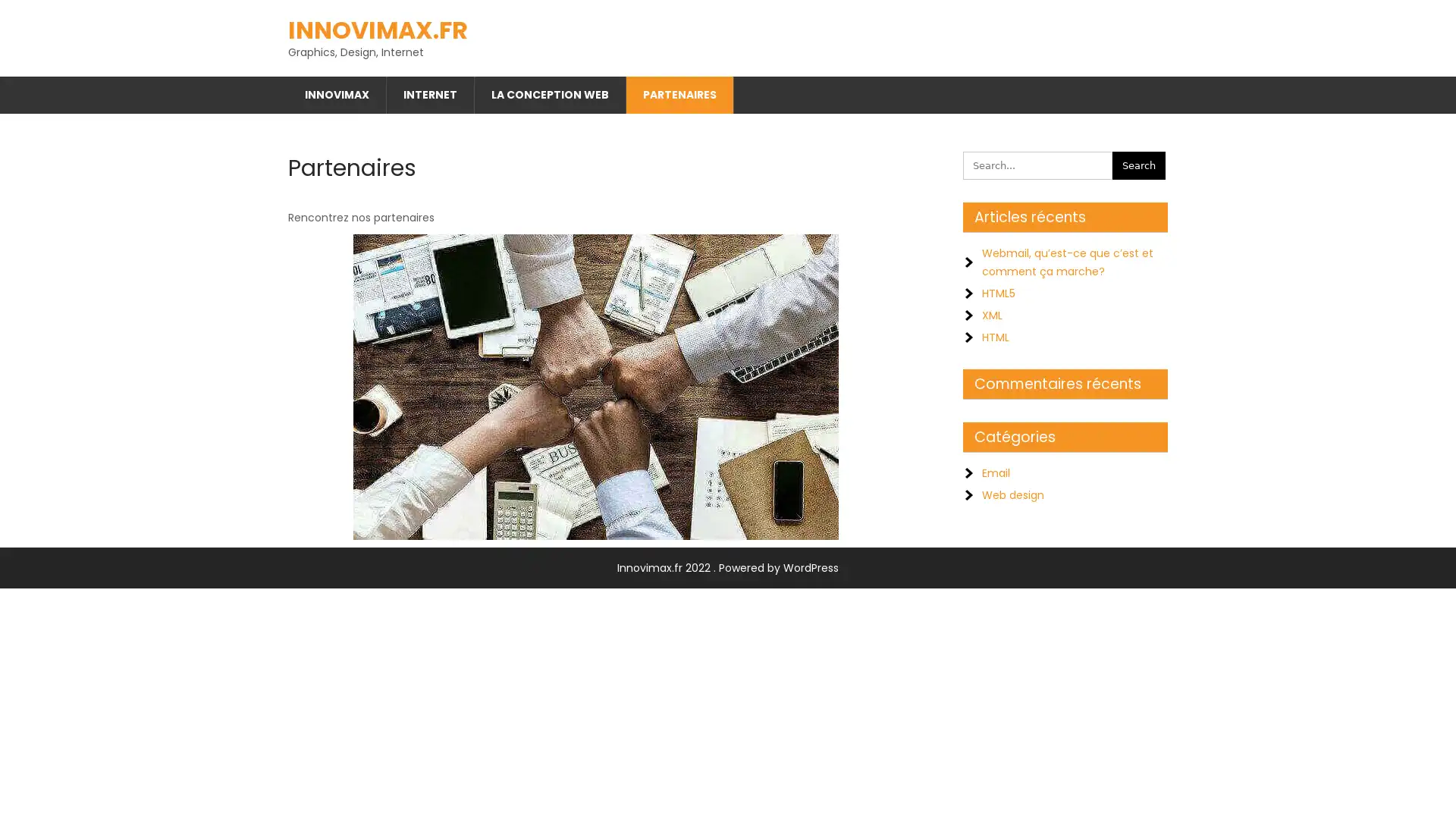 The image size is (1456, 819). What do you see at coordinates (1139, 160) in the screenshot?
I see `Search` at bounding box center [1139, 160].